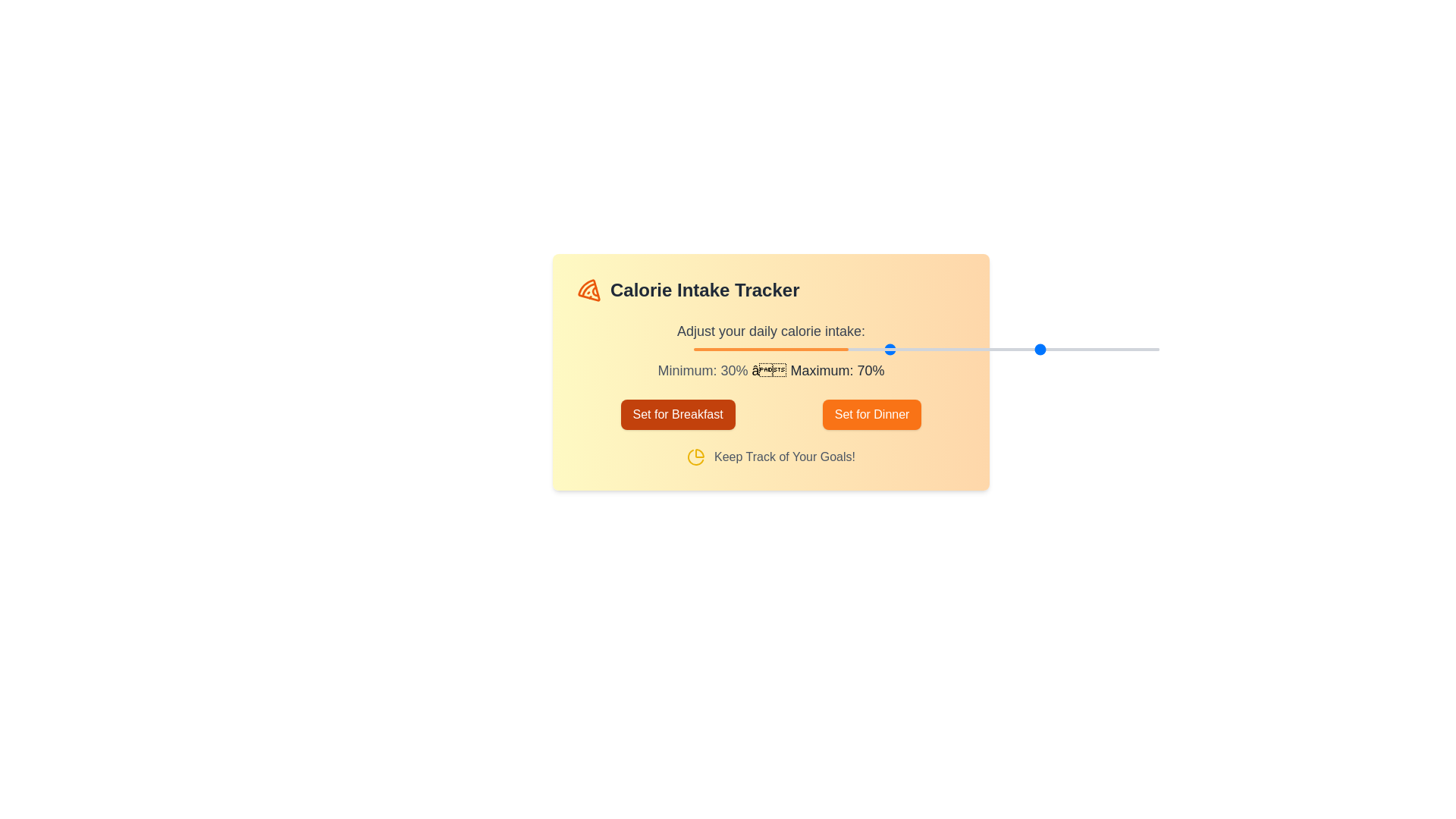  Describe the element at coordinates (695, 456) in the screenshot. I see `the yellow pie chart segment icon located to the left of the text 'Keep Track of Your Goals!' in the lower-right section of the interface` at that location.